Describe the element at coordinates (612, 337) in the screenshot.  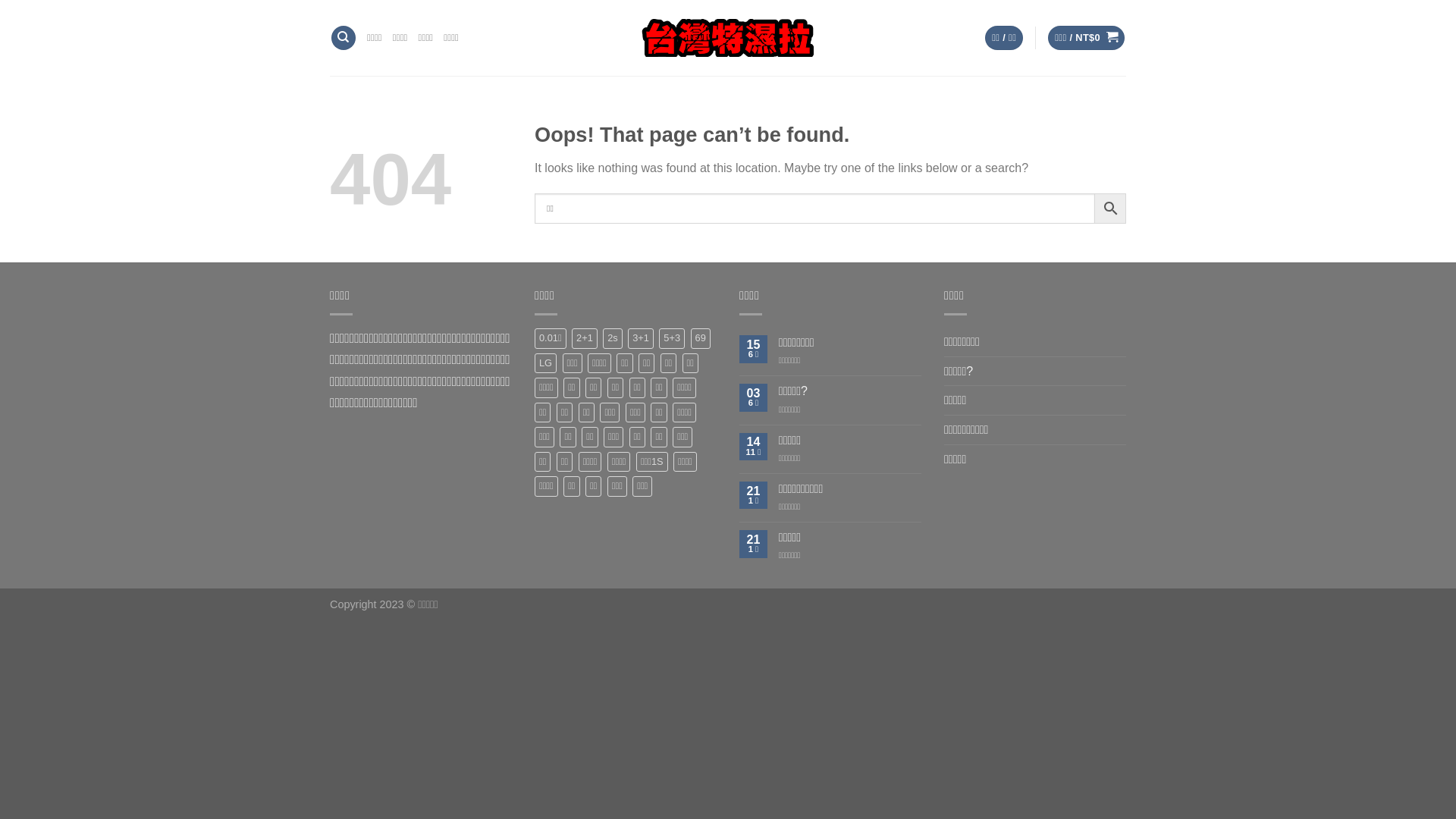
I see `'2s'` at that location.